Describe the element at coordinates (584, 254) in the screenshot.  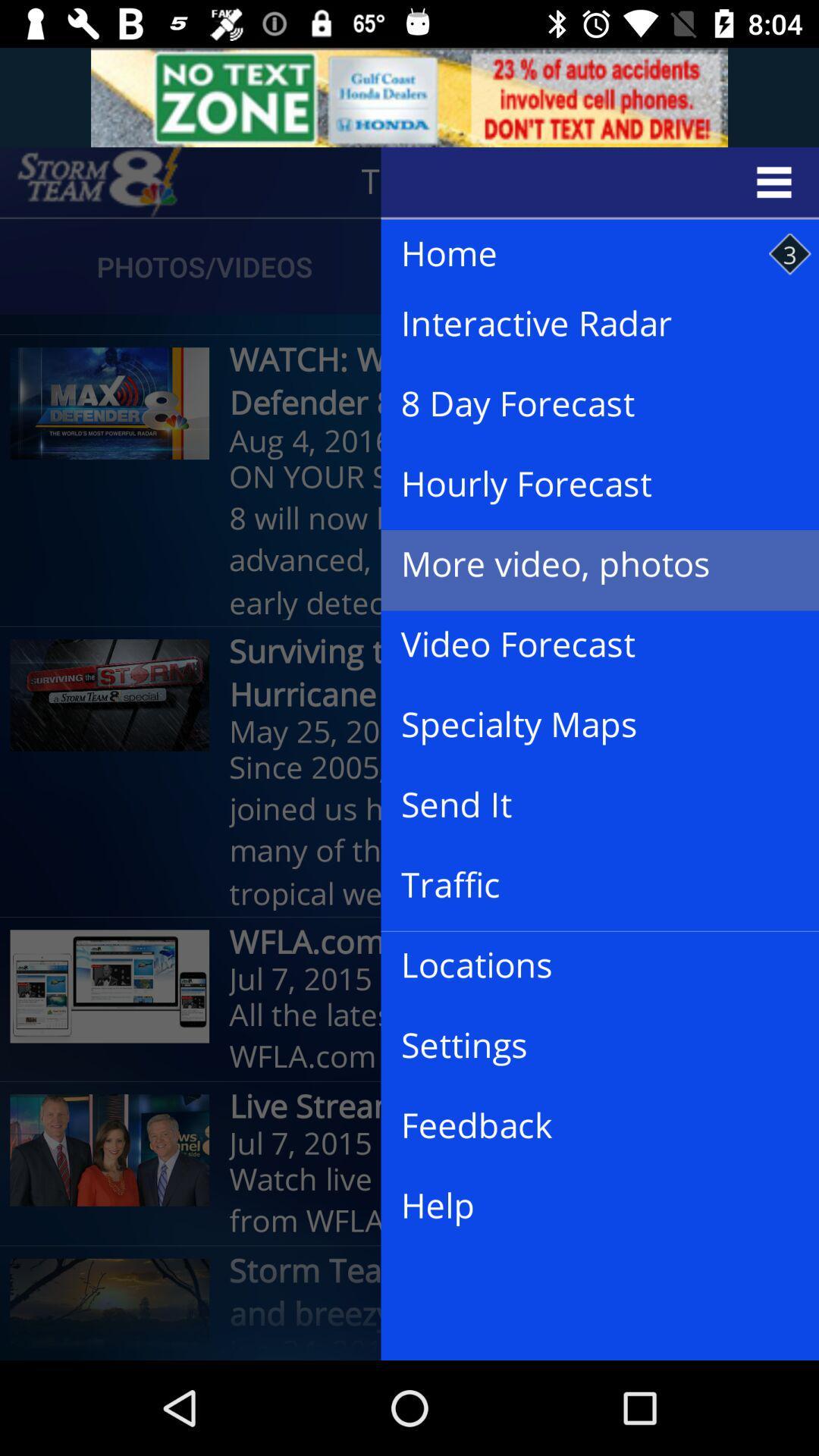
I see `the home` at that location.